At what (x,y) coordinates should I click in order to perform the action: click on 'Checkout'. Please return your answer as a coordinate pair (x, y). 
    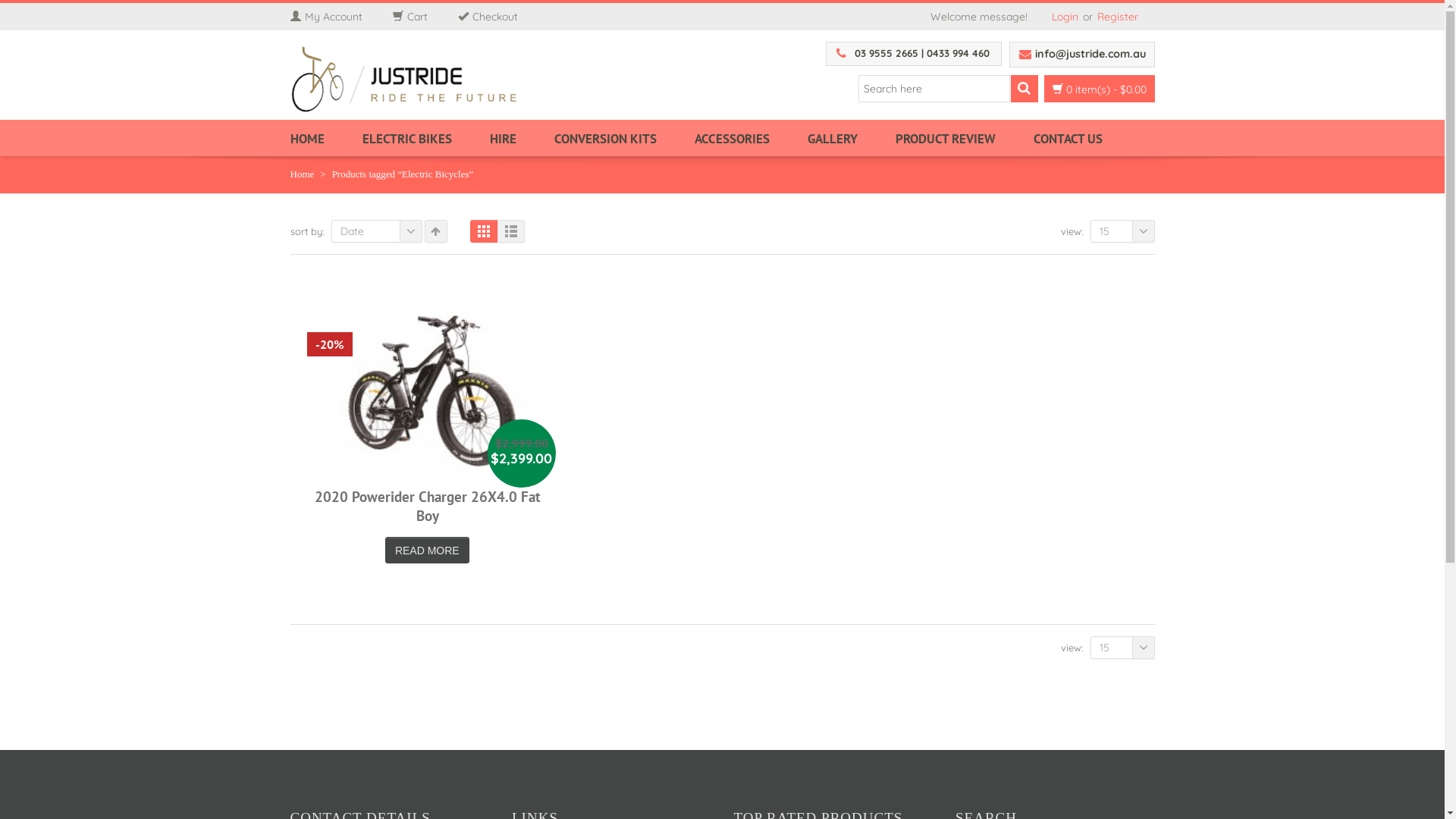
    Looking at the image, I should click on (503, 17).